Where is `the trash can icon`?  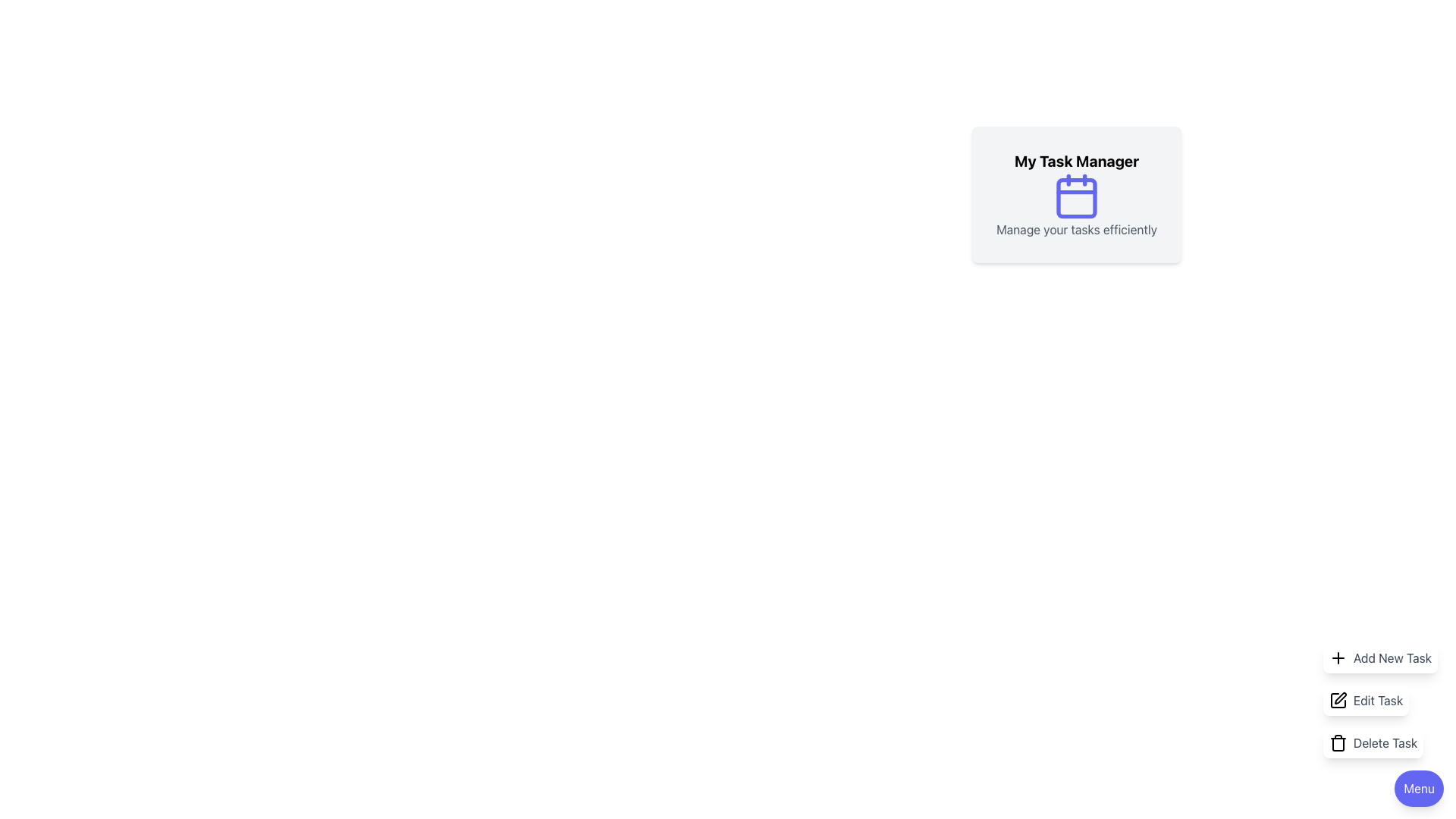 the trash can icon is located at coordinates (1338, 742).